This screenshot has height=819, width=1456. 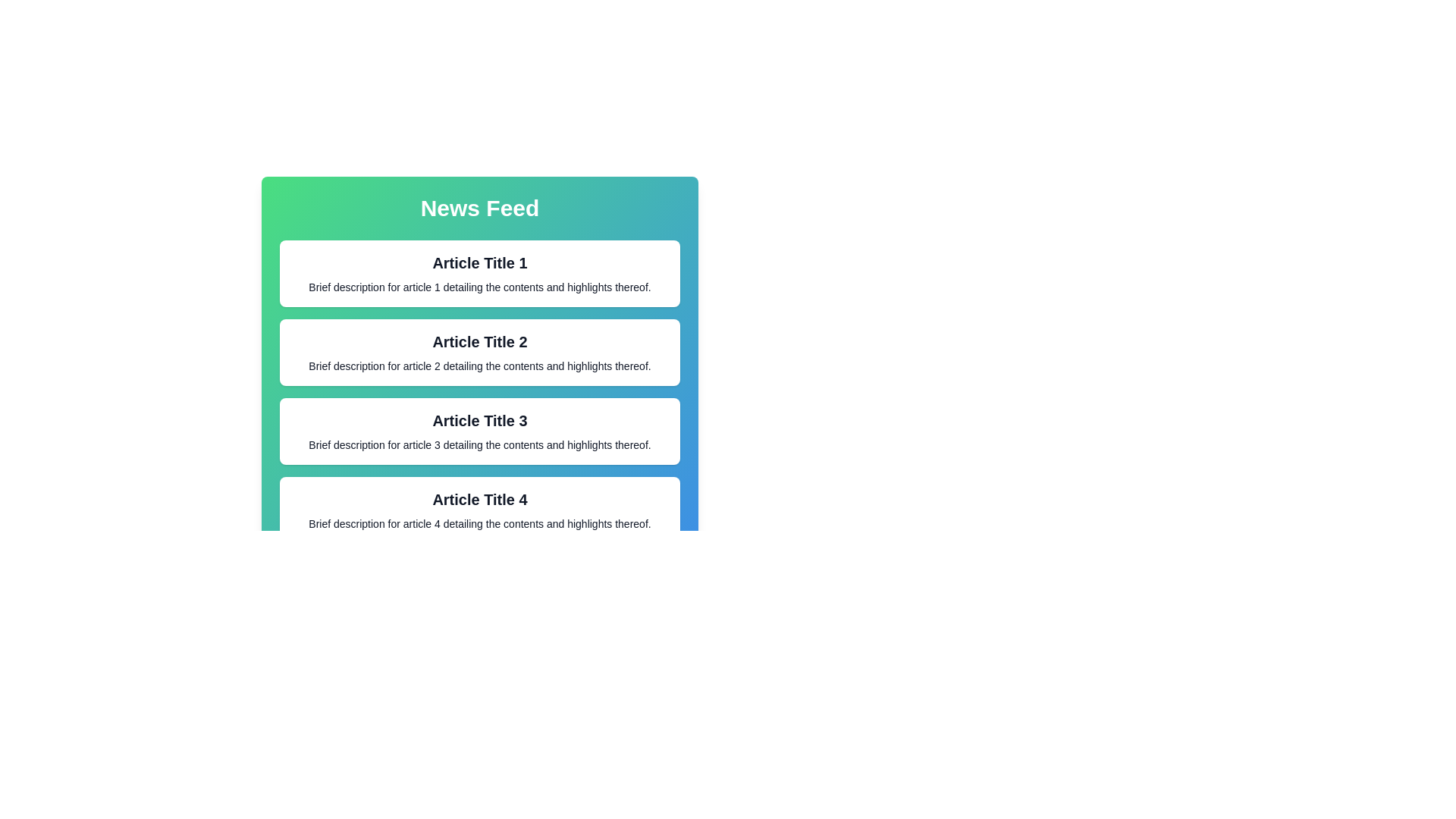 What do you see at coordinates (479, 522) in the screenshot?
I see `text block displaying 'Brief description for article 4 detailing the contents and highlights thereof.' located under 'Article Title 4' in the fourth item of the vertically stacked list` at bounding box center [479, 522].